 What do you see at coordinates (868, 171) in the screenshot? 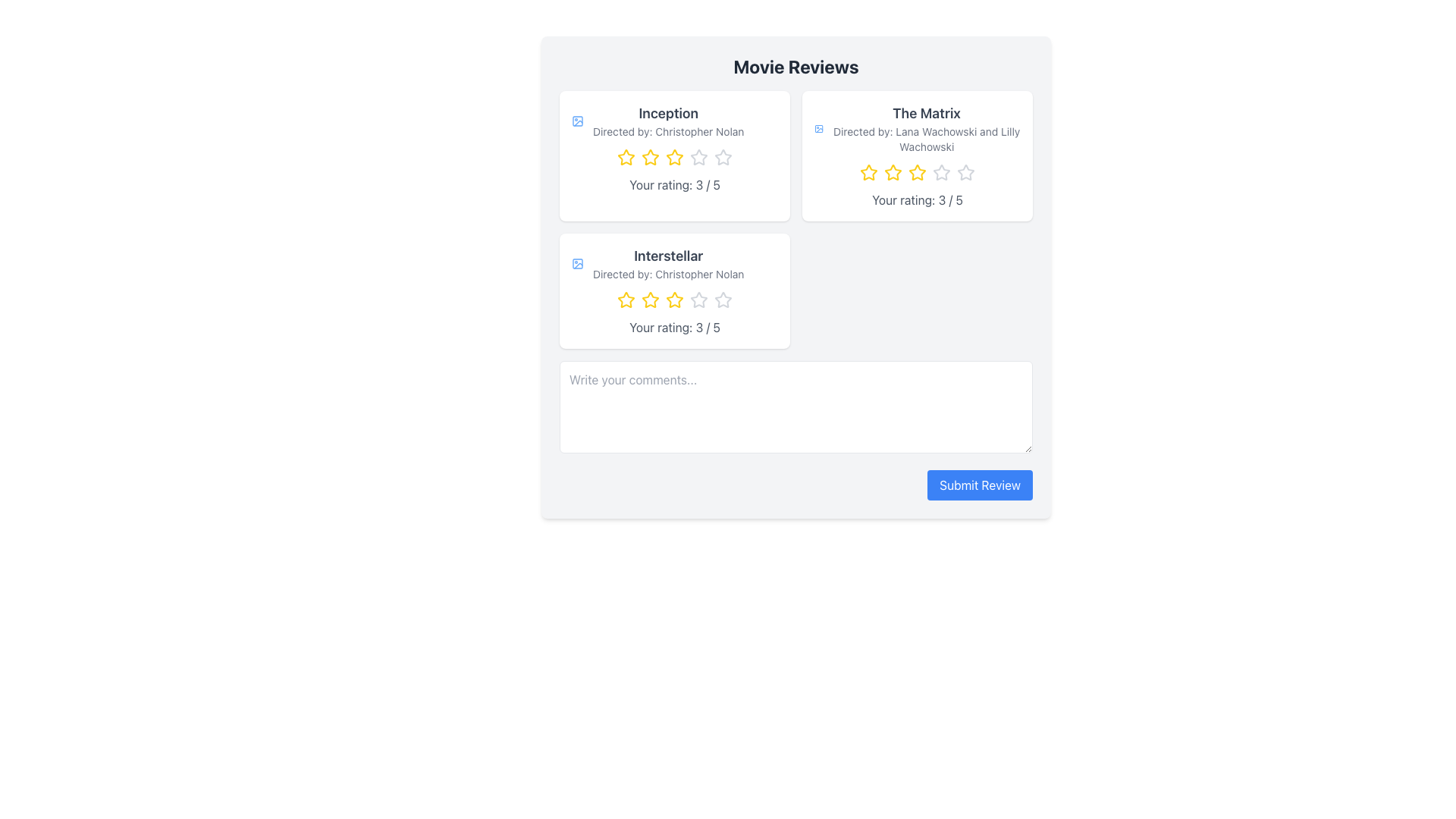
I see `the first interactive star to rate the movie 'The Matrix' with 1 star` at bounding box center [868, 171].